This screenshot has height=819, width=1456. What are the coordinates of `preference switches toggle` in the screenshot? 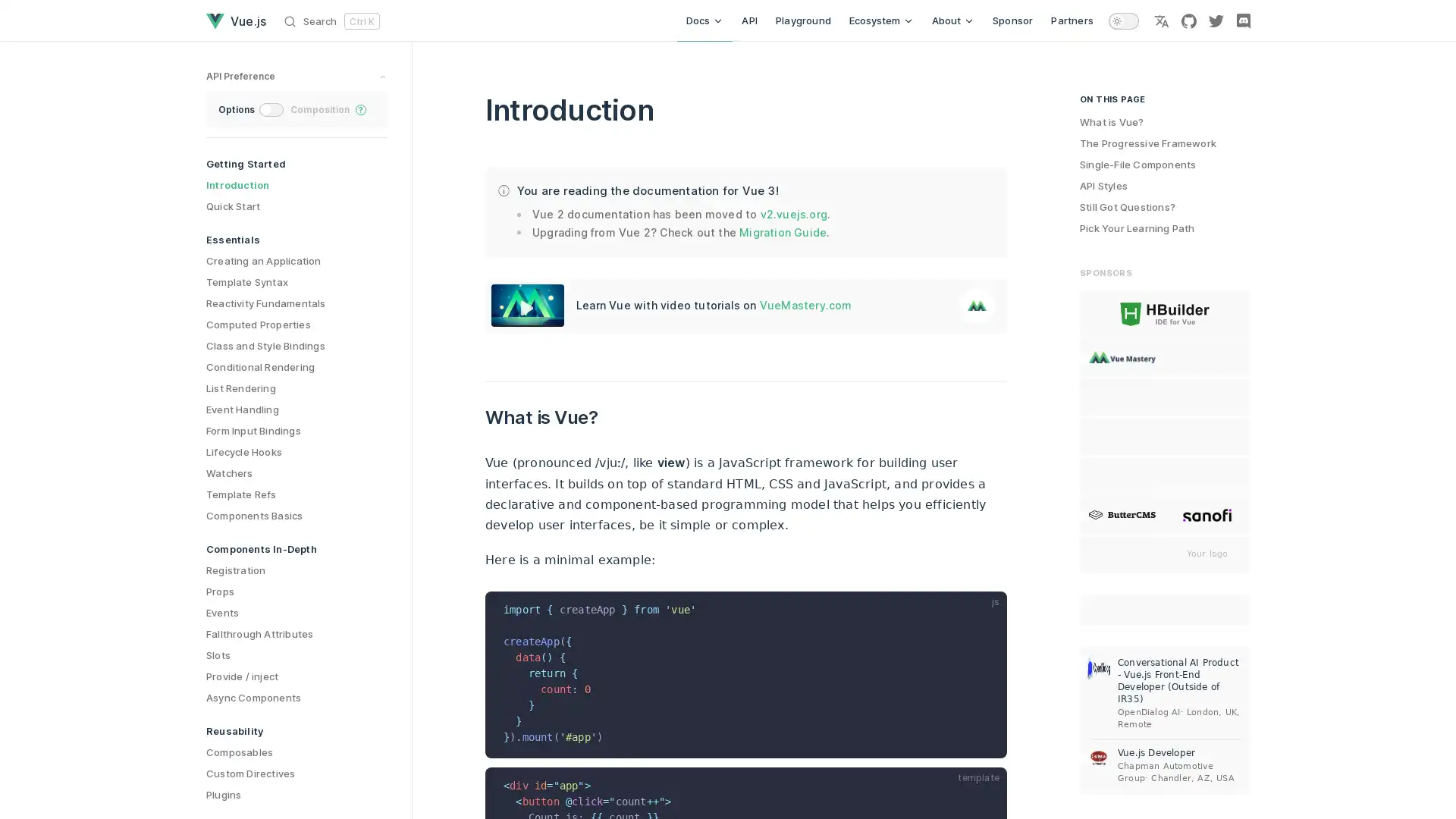 It's located at (297, 77).